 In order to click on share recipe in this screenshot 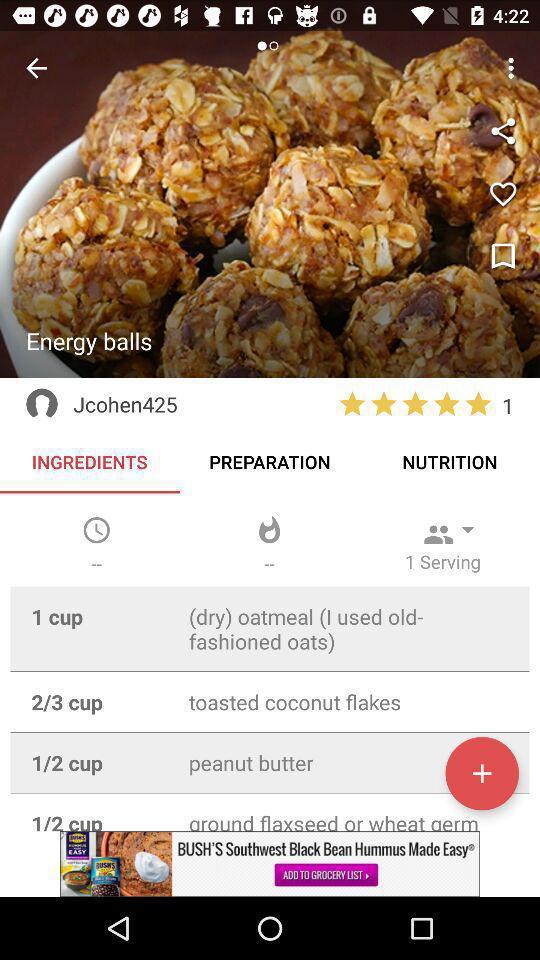, I will do `click(502, 130)`.